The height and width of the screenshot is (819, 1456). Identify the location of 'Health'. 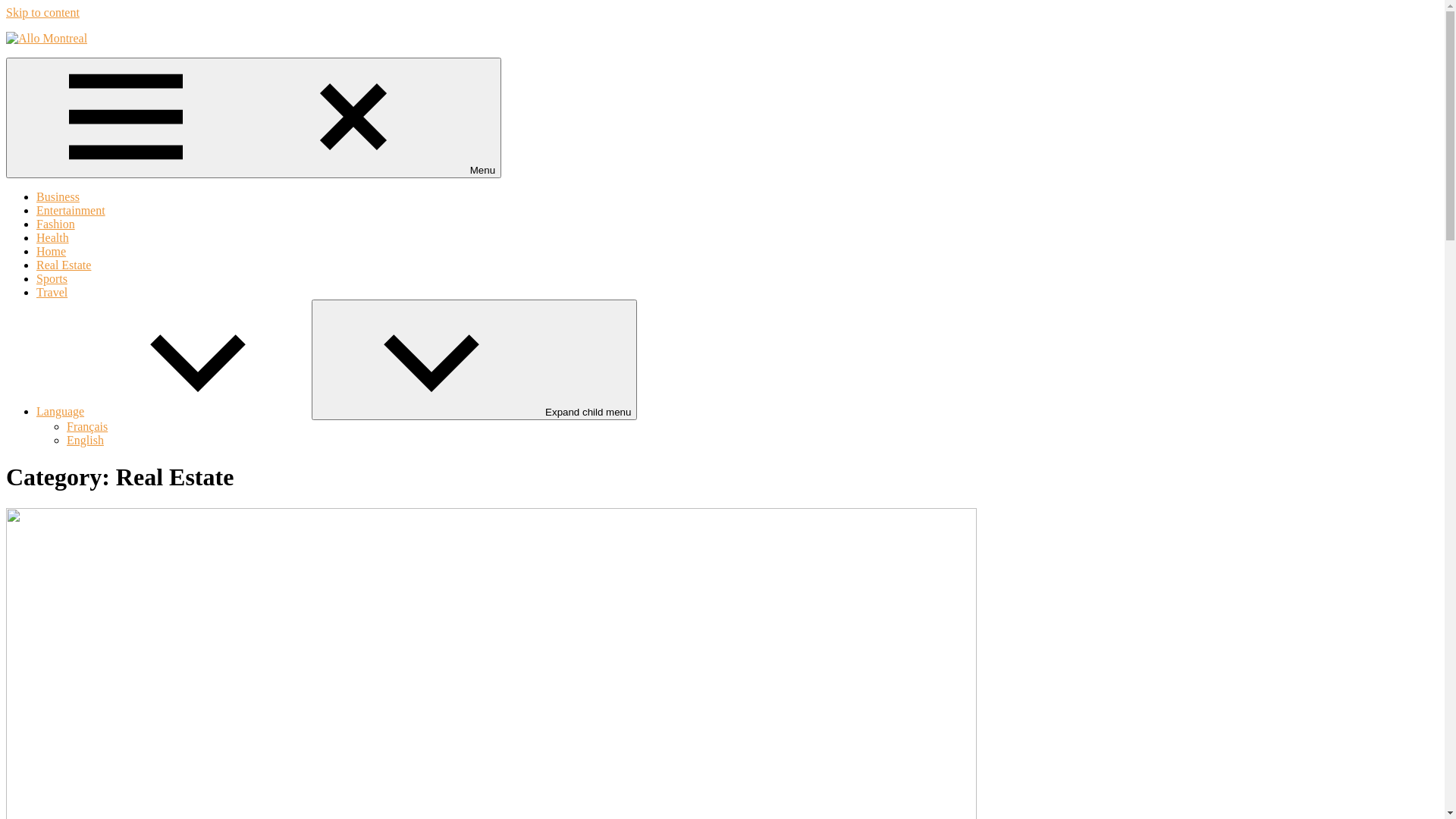
(52, 237).